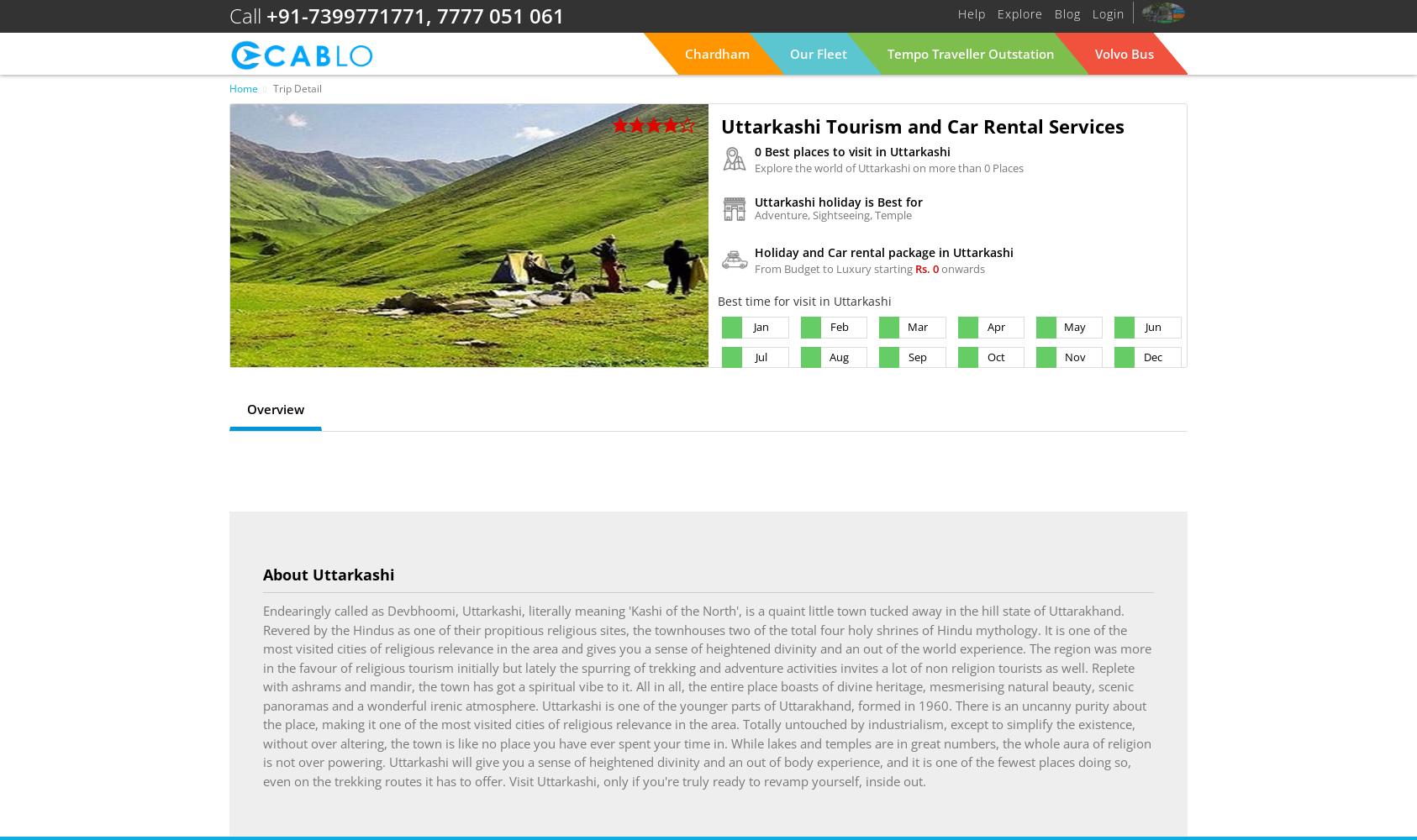 The image size is (1417, 840). What do you see at coordinates (753, 167) in the screenshot?
I see `'Explore the world of Uttarkashi on more than 0 Places'` at bounding box center [753, 167].